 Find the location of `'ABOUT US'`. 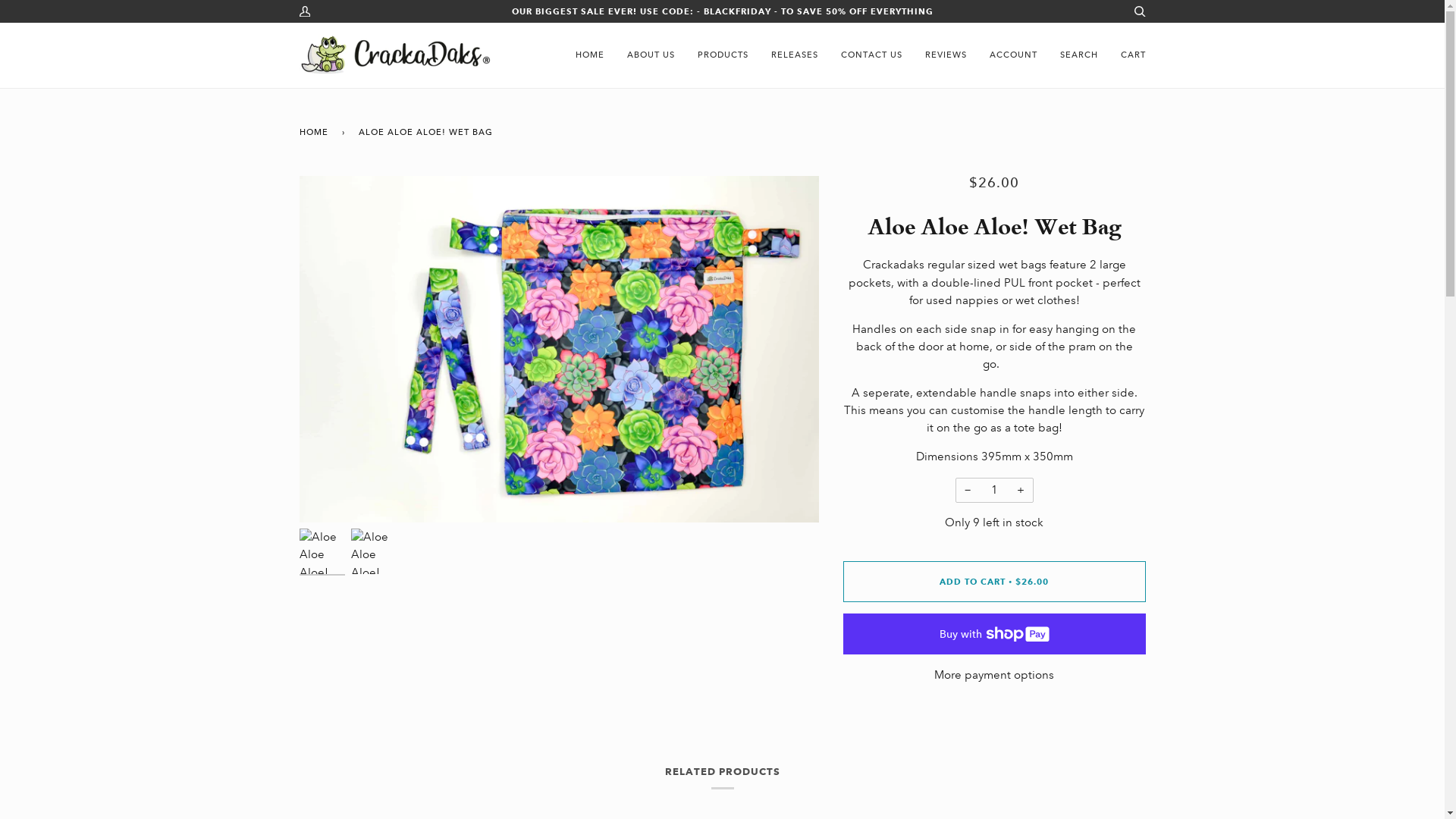

'ABOUT US' is located at coordinates (651, 55).